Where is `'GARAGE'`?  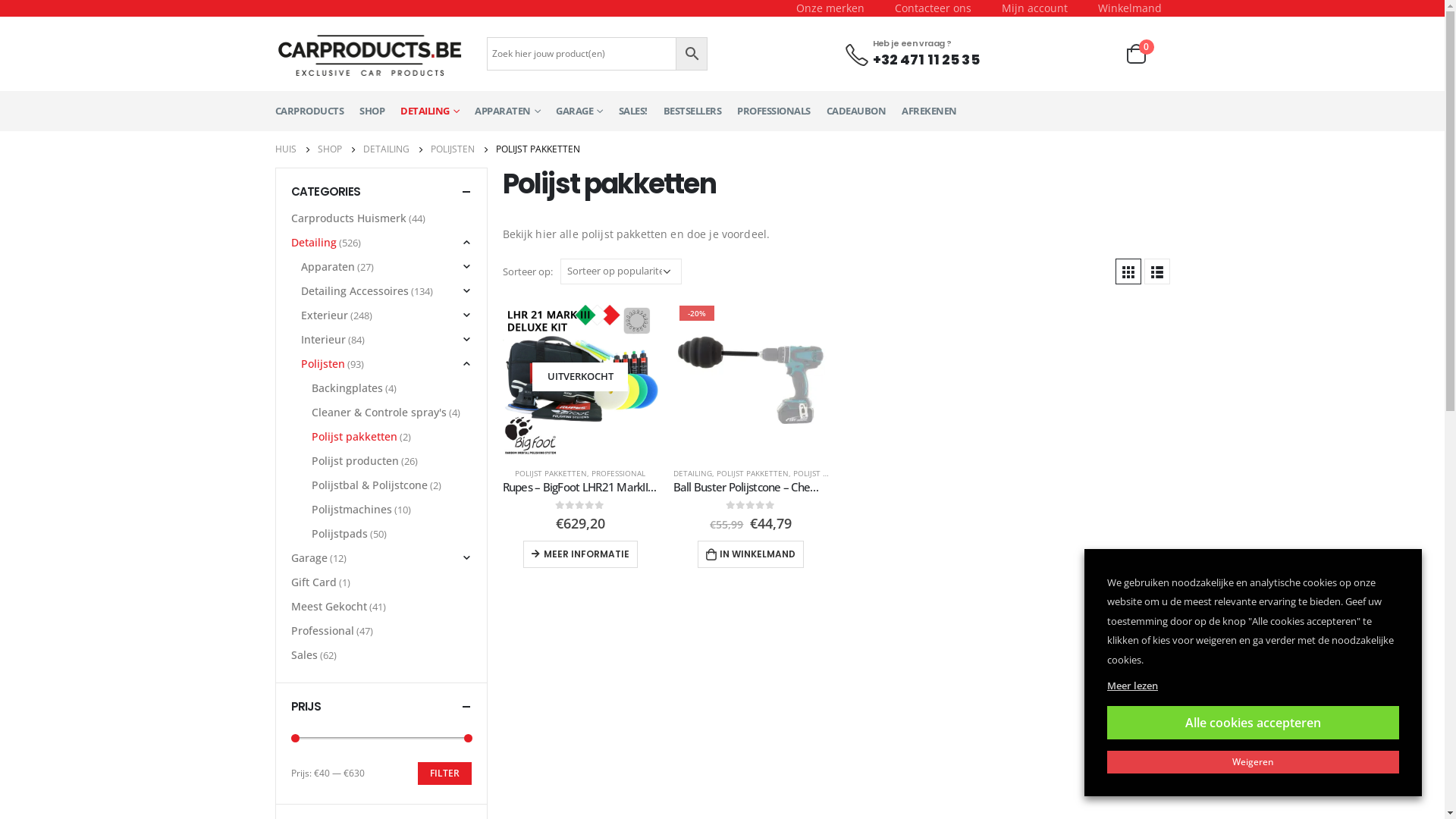
'GARAGE' is located at coordinates (578, 110).